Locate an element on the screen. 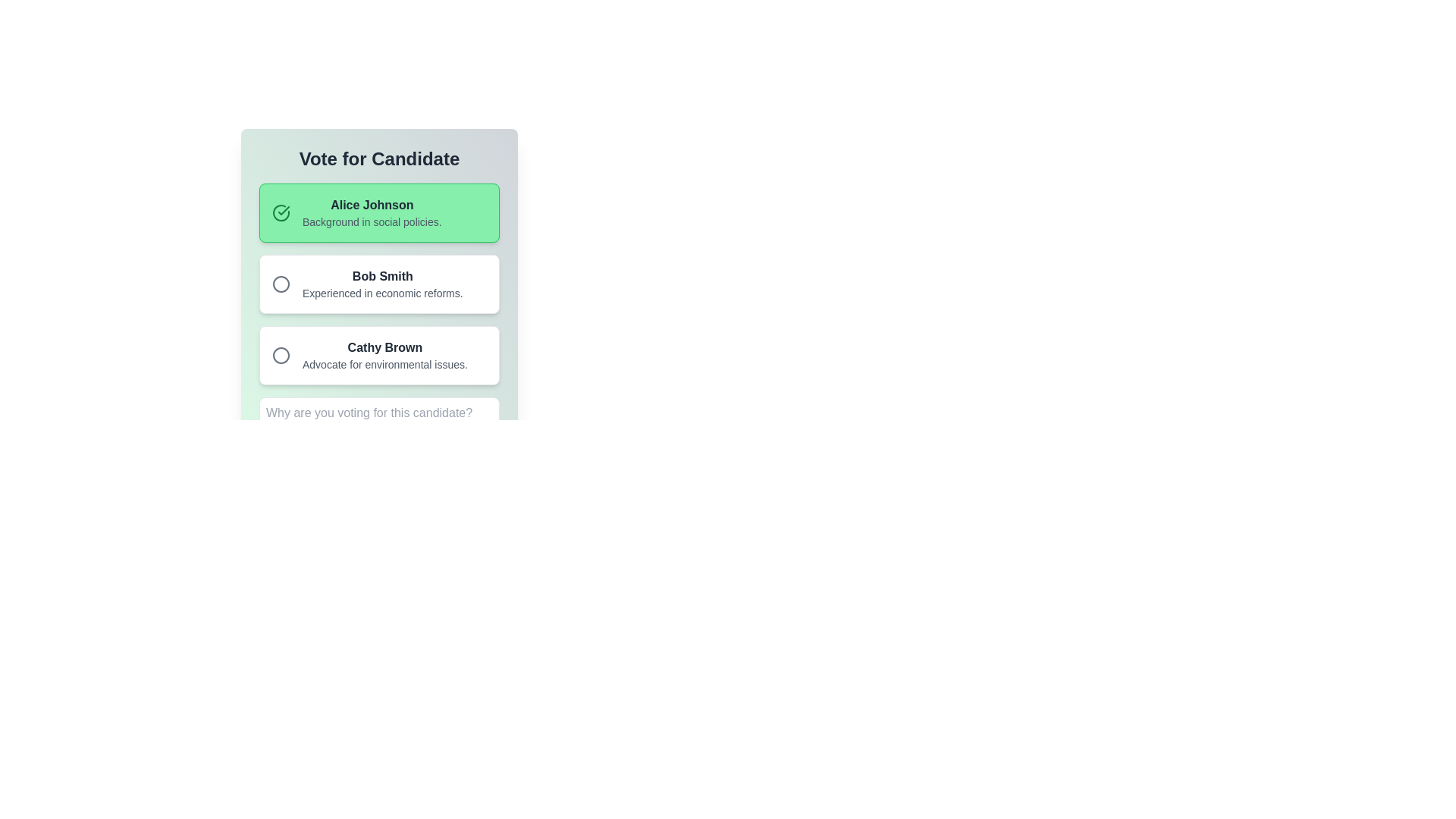 This screenshot has width=1456, height=819. the radio button on the selectable card positioned between 'Alice Johnson' and 'Cathy Brown' in the voting interface is located at coordinates (379, 284).